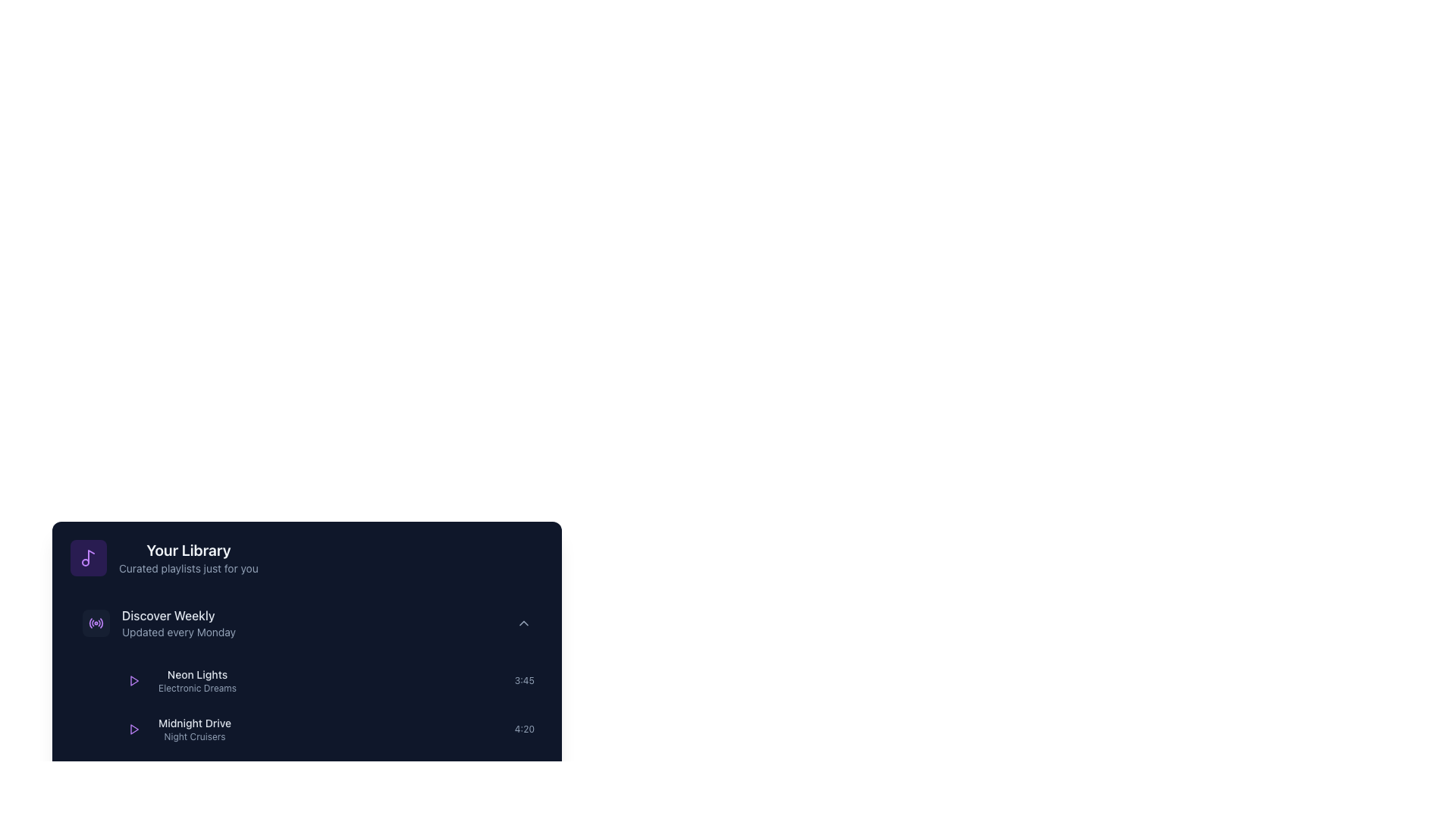 The height and width of the screenshot is (819, 1456). I want to click on the Text block with title and description, which serves as a label for a playlist located in the top left area of the playlist section under 'Your Library', so click(179, 623).